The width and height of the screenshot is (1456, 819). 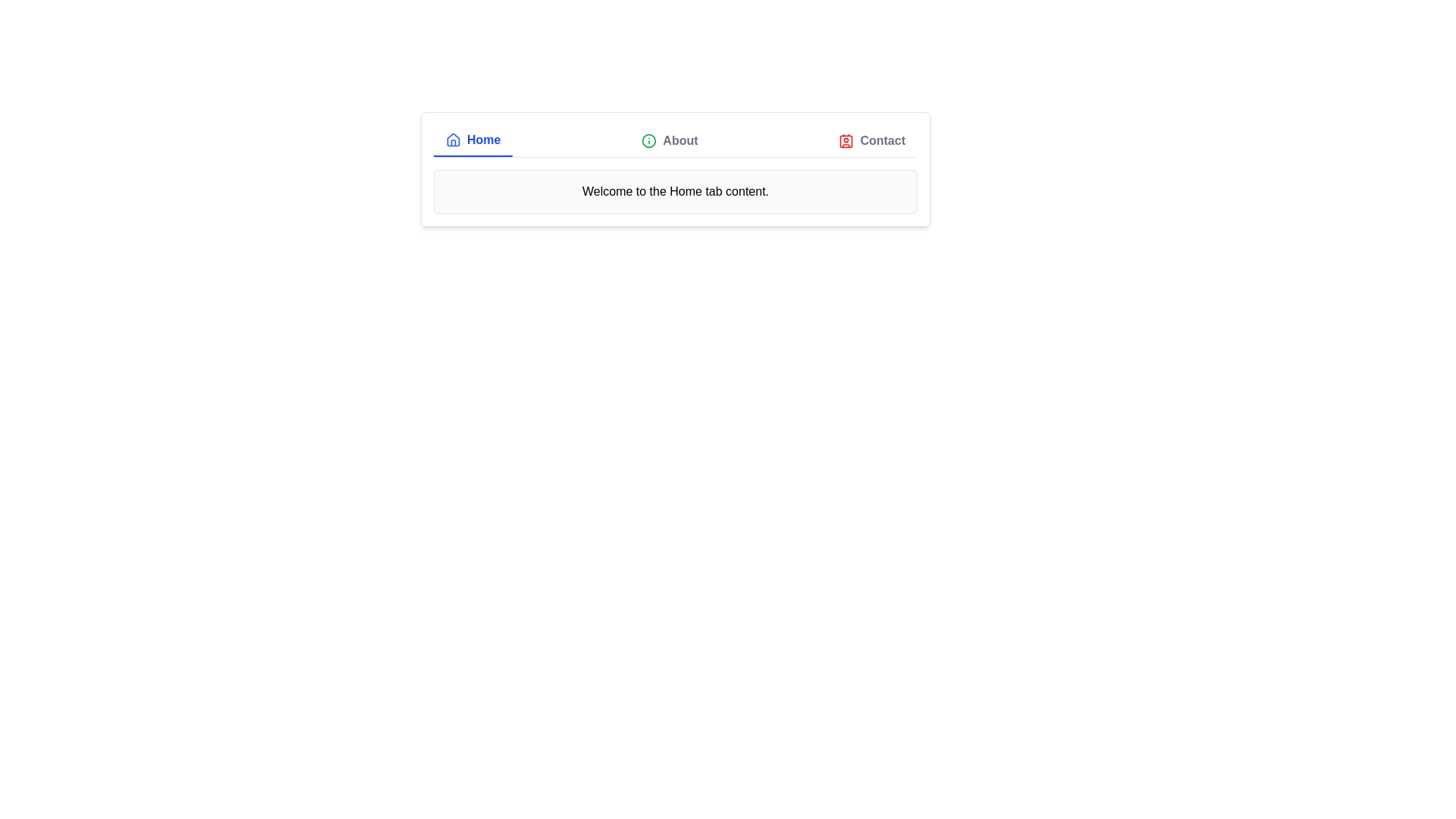 What do you see at coordinates (483, 140) in the screenshot?
I see `the text label that serves as the navigation link to the main page of the application, located on the left side of the navigation bar, to the right of the house-shaped icon` at bounding box center [483, 140].